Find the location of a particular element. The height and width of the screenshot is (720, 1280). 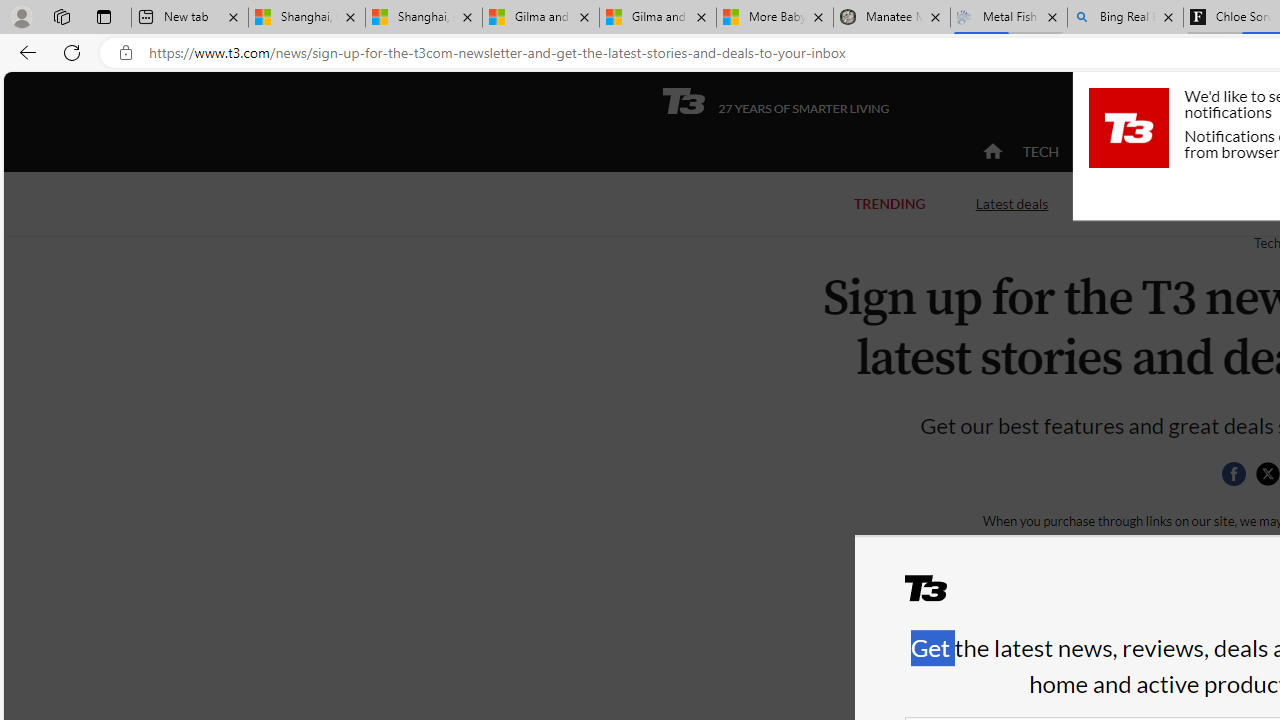

'Back' is located at coordinates (24, 51).